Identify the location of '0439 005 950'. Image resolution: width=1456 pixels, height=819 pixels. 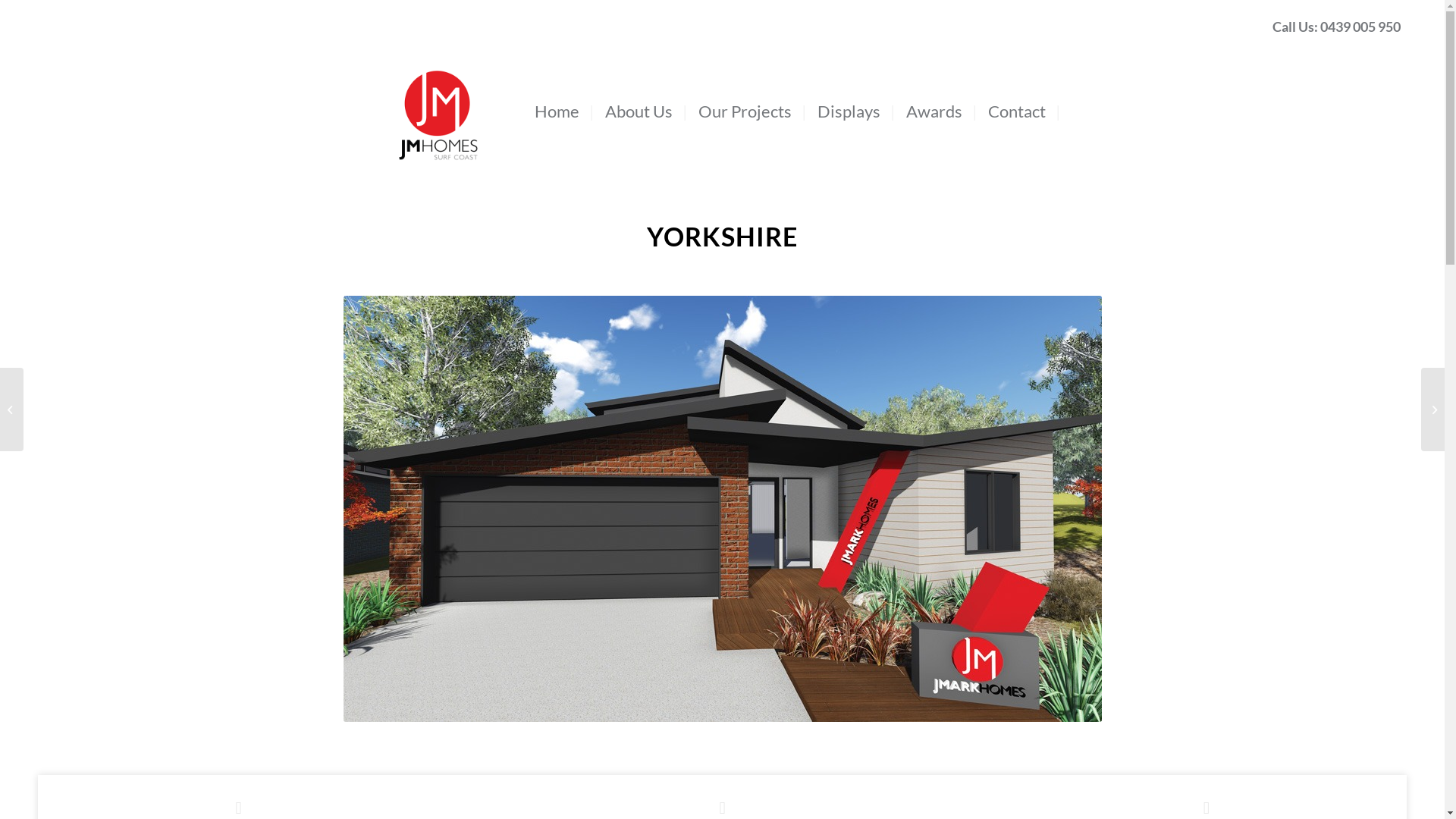
(1360, 26).